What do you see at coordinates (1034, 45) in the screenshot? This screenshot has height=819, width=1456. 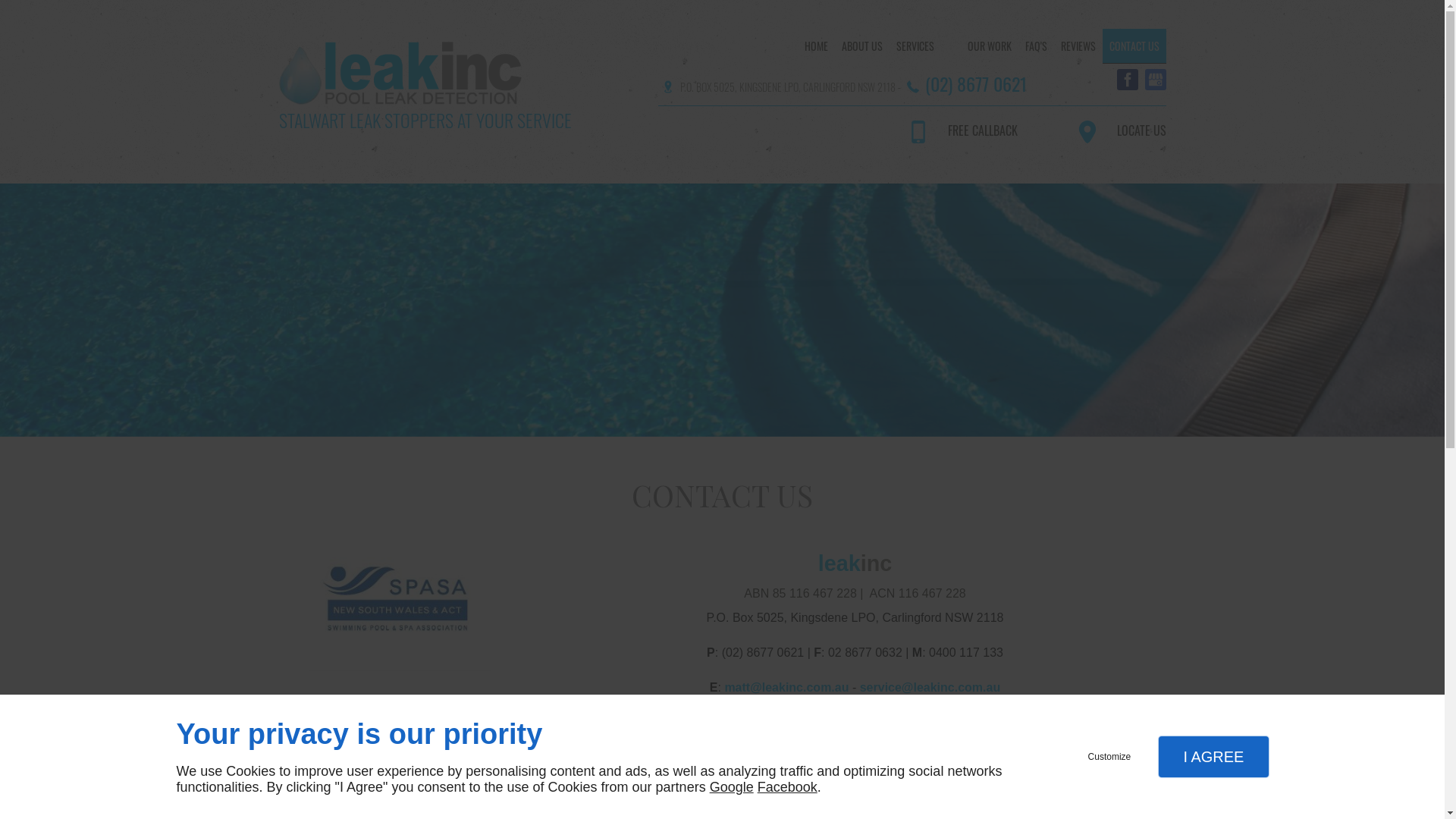 I see `'FAQ'S'` at bounding box center [1034, 45].